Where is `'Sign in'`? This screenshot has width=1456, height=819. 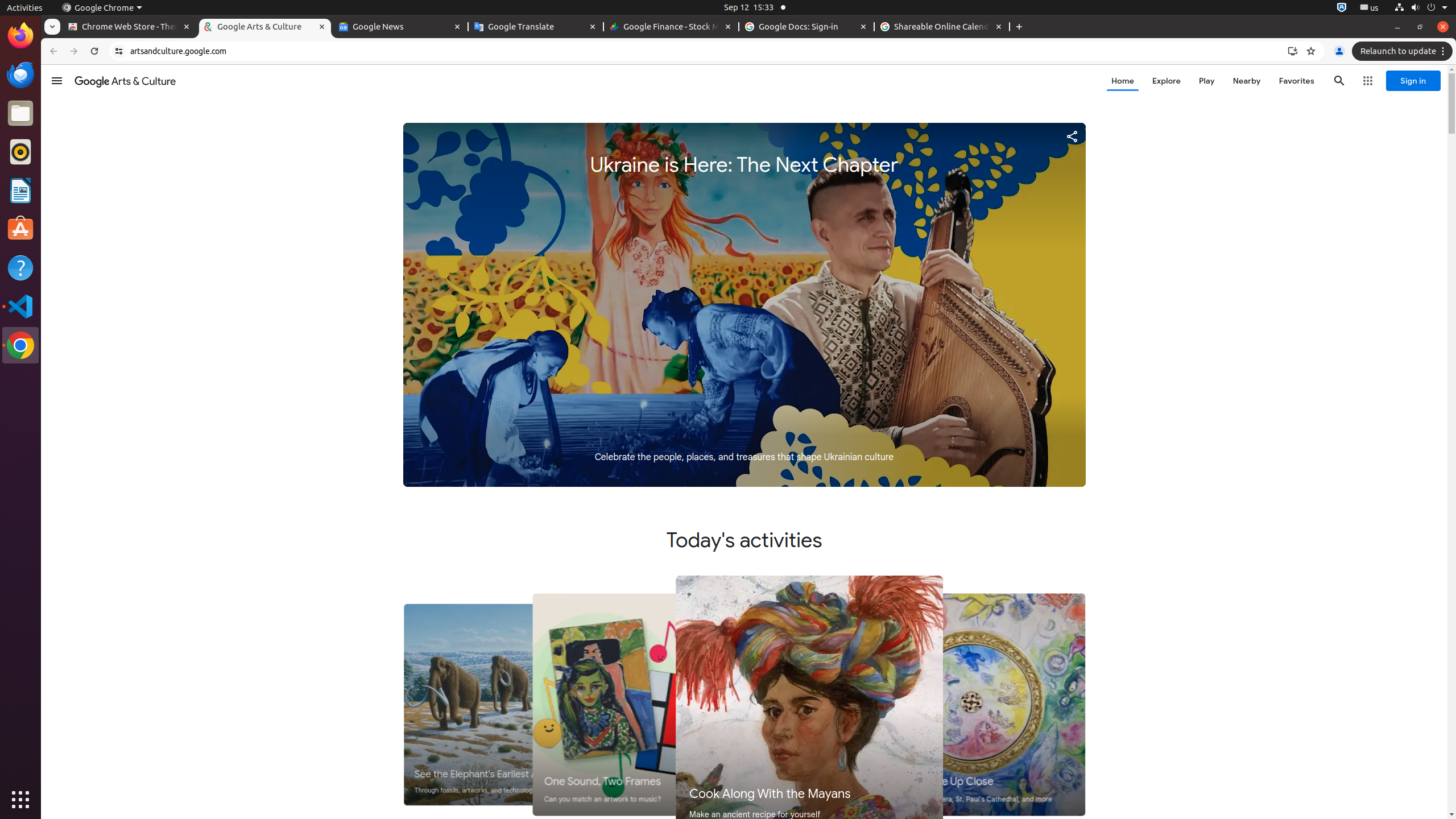
'Sign in' is located at coordinates (1412, 80).